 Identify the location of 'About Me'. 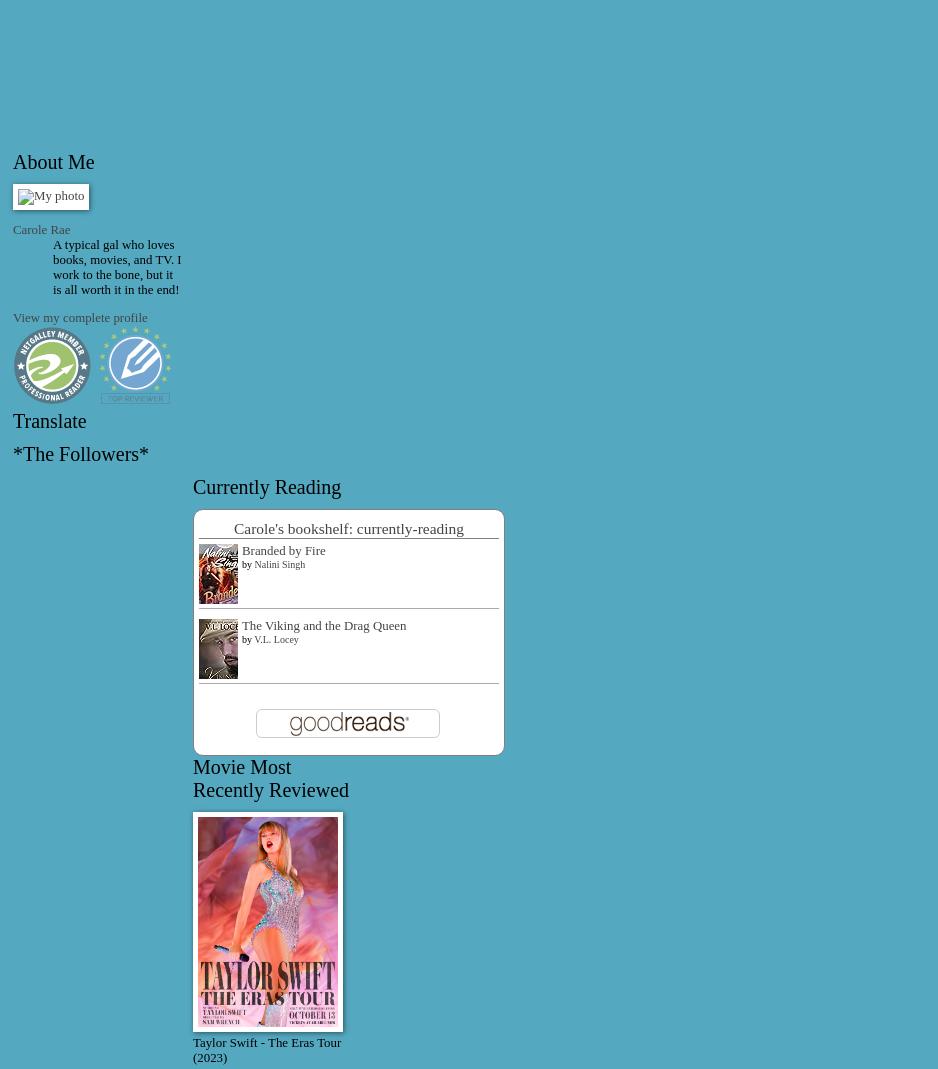
(52, 160).